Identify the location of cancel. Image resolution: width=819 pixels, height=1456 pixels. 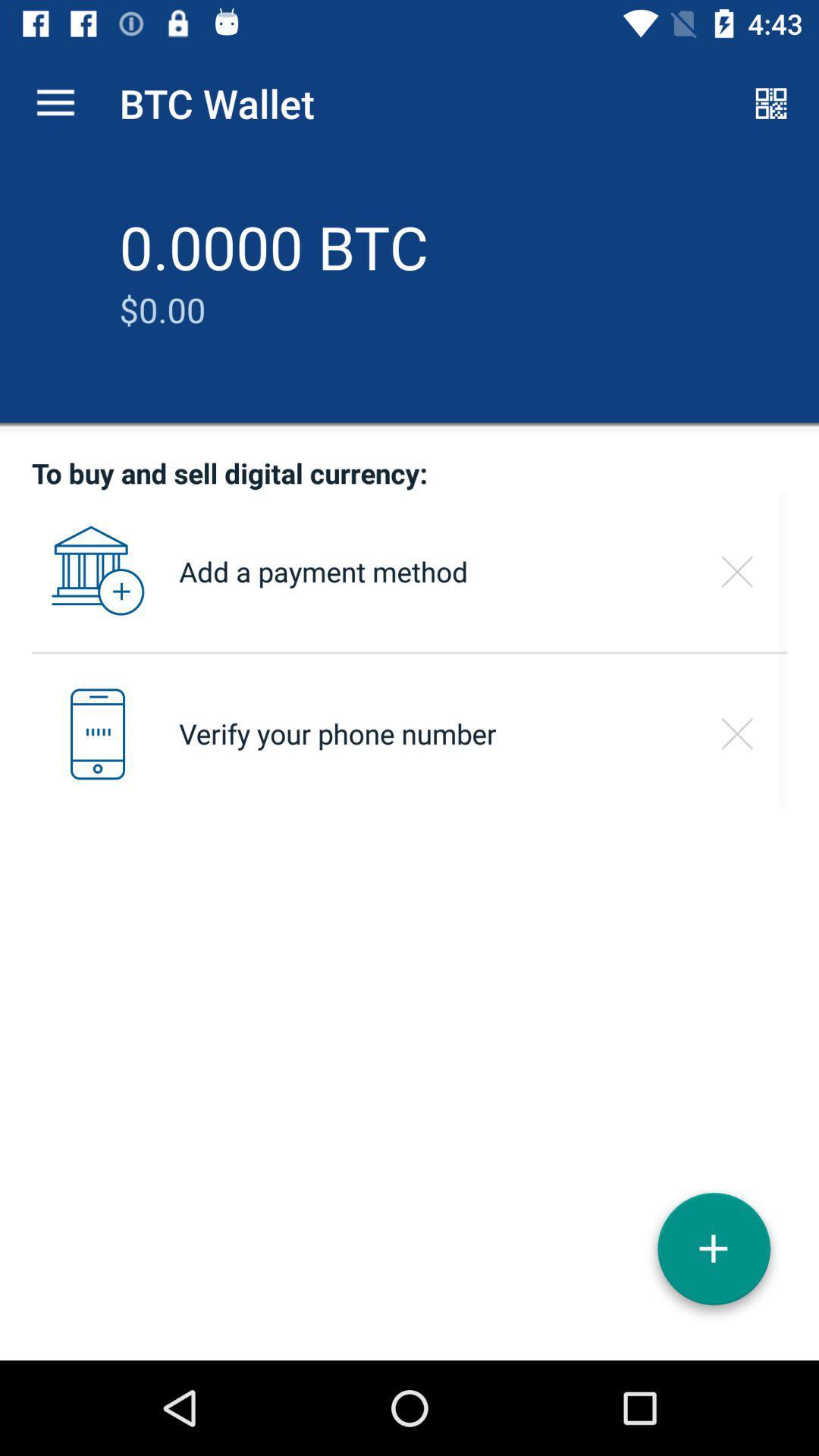
(736, 571).